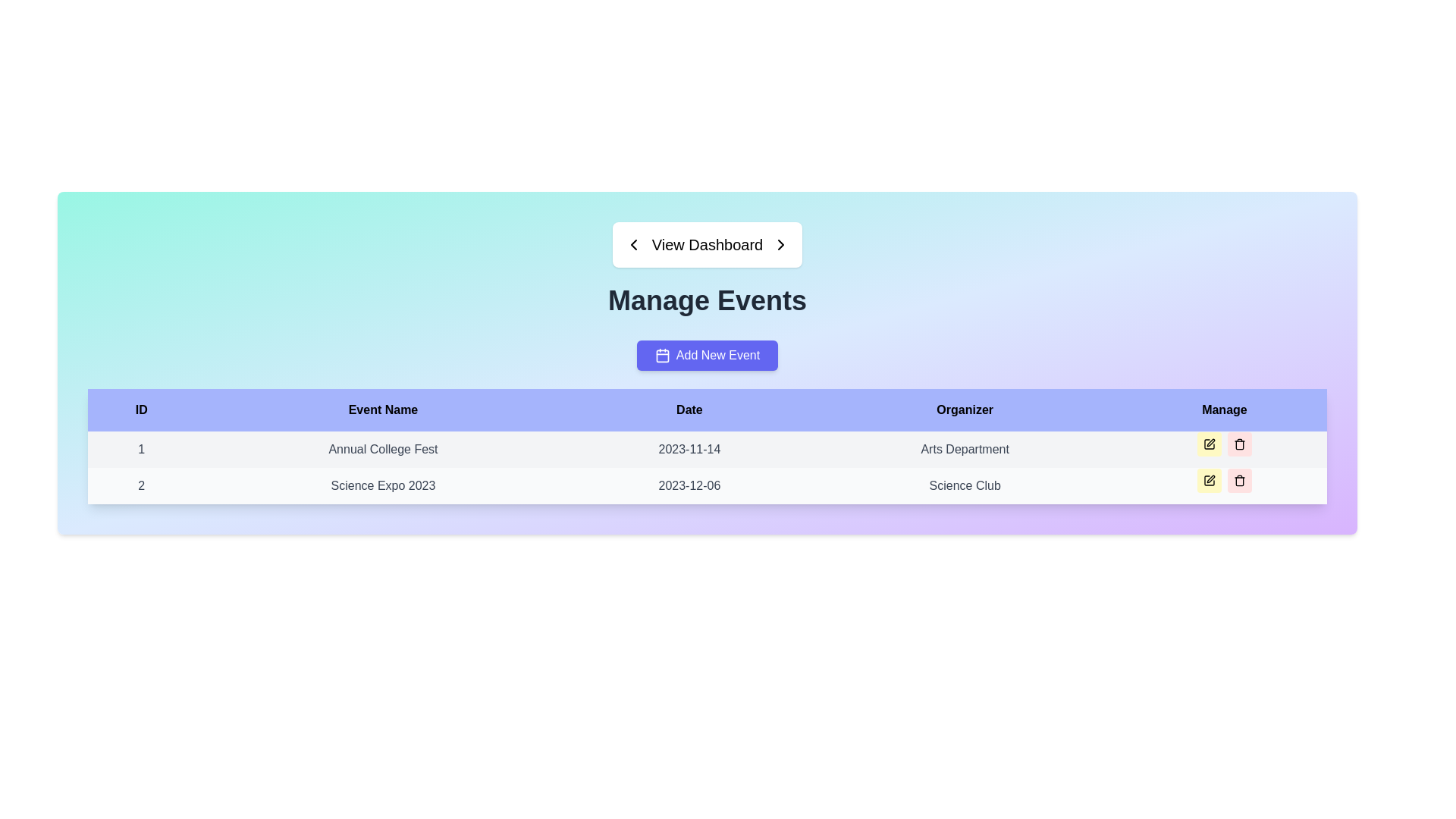 The image size is (1456, 819). I want to click on the pen-shaped edit icon located in the 'Manage' column of the second row of the table, so click(1210, 479).